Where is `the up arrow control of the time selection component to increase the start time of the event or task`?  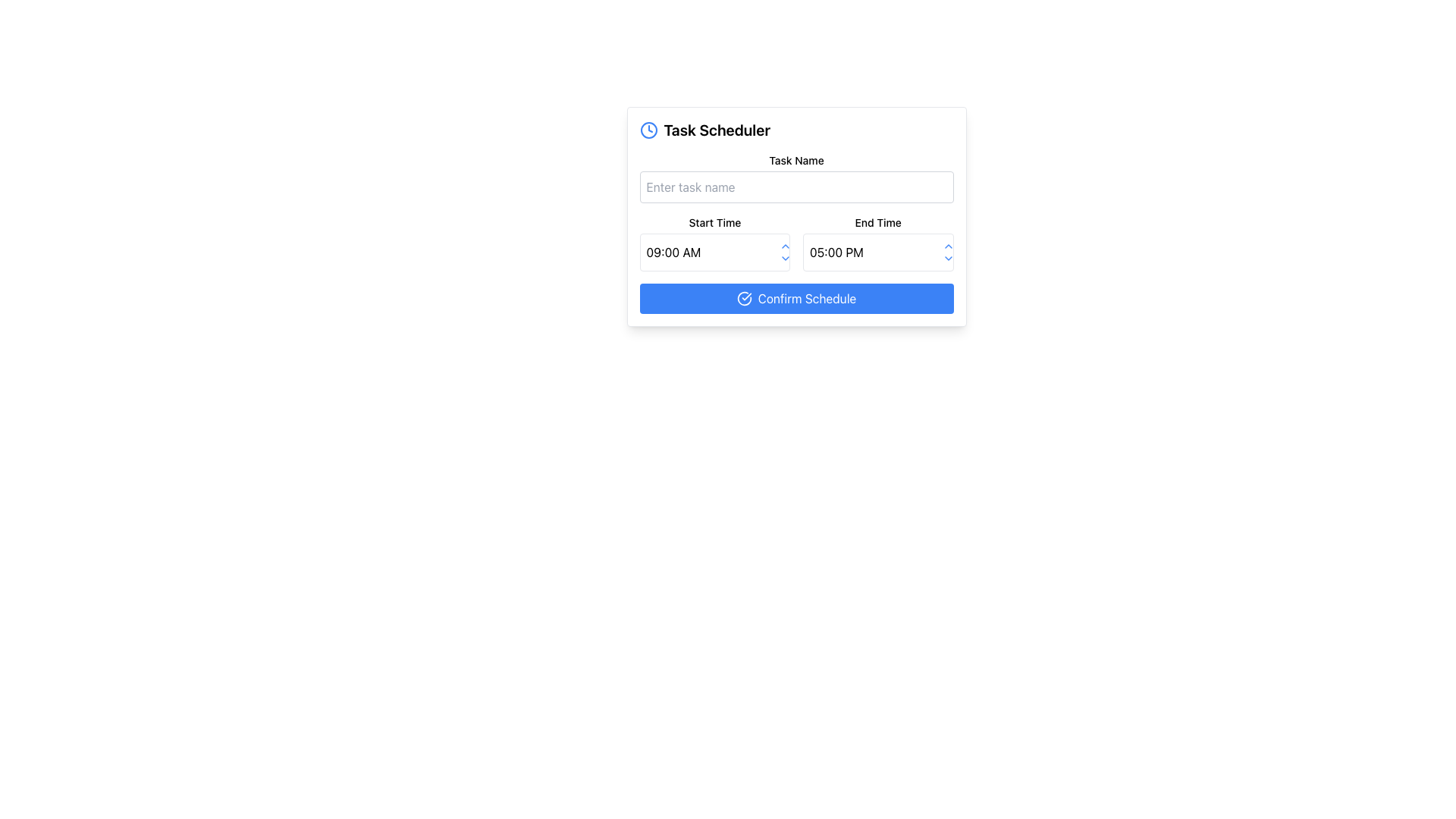
the up arrow control of the time selection component to increase the start time of the event or task is located at coordinates (714, 242).